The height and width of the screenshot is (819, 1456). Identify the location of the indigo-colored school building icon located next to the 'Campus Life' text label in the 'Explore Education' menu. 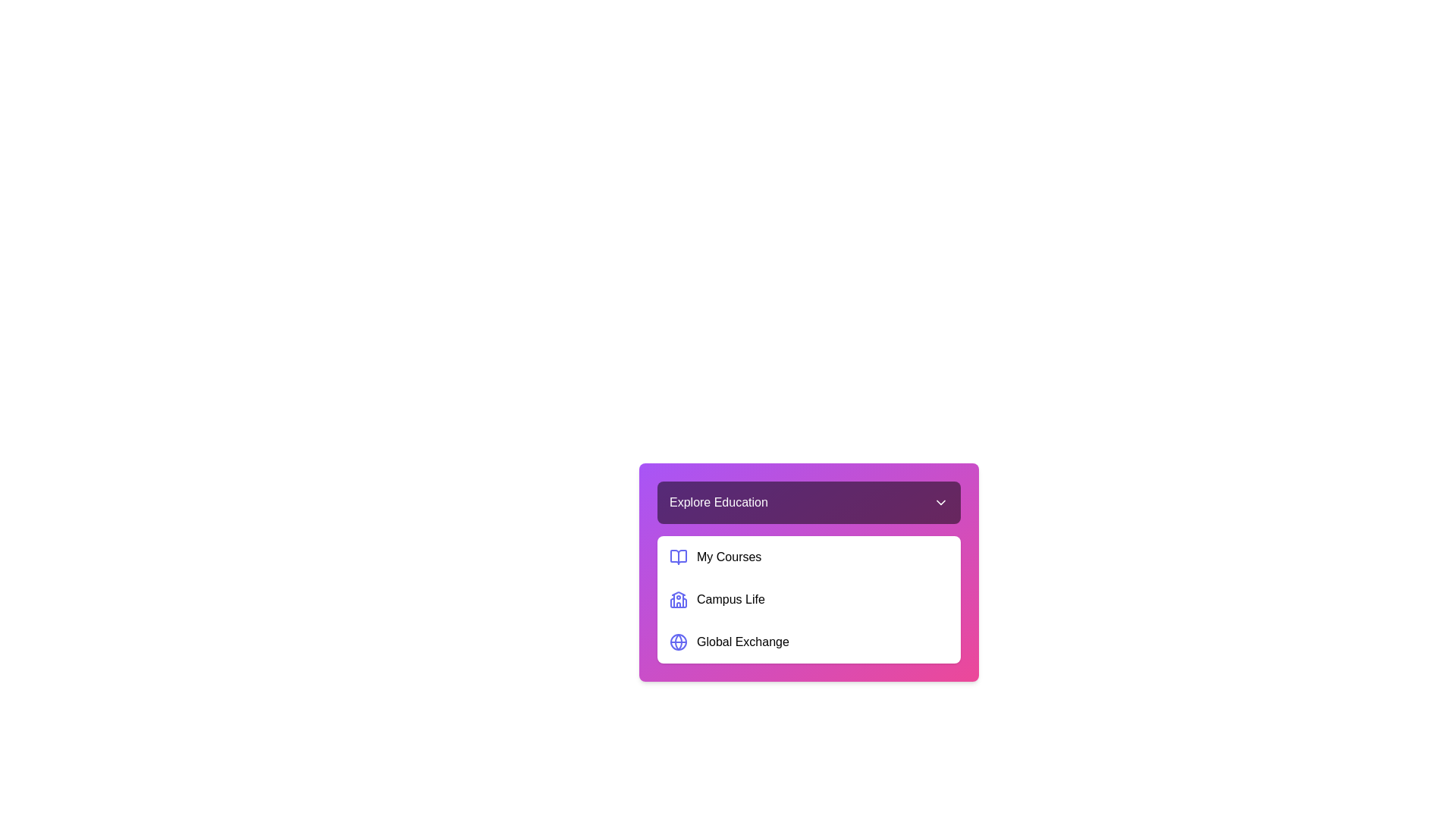
(677, 598).